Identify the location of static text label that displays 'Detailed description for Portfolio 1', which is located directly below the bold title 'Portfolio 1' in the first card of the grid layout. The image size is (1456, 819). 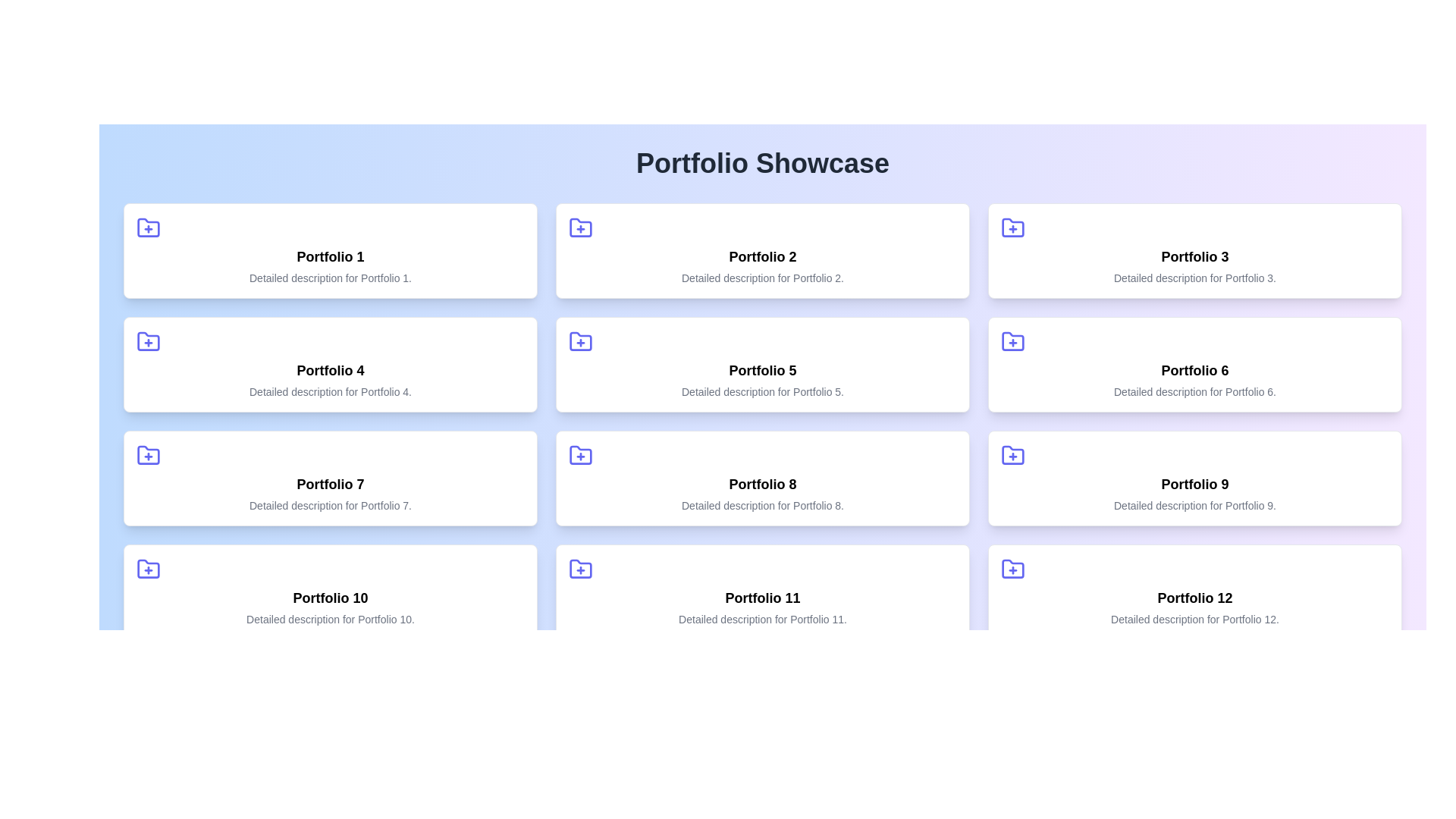
(330, 278).